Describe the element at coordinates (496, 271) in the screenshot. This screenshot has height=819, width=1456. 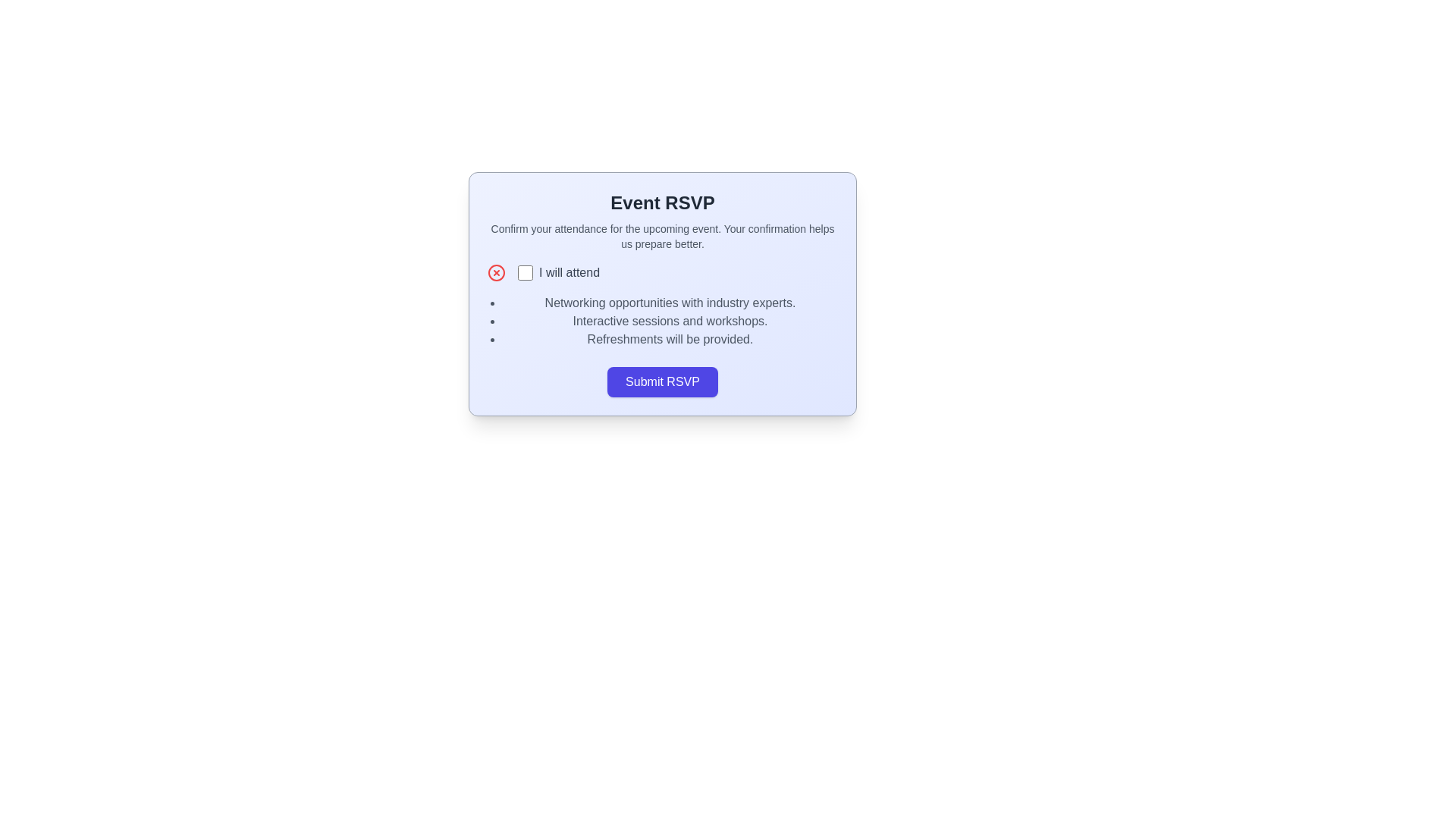
I see `the icon that indicates cancellation or error, located to the left of the 'I will attend' checkbox and text label` at that location.